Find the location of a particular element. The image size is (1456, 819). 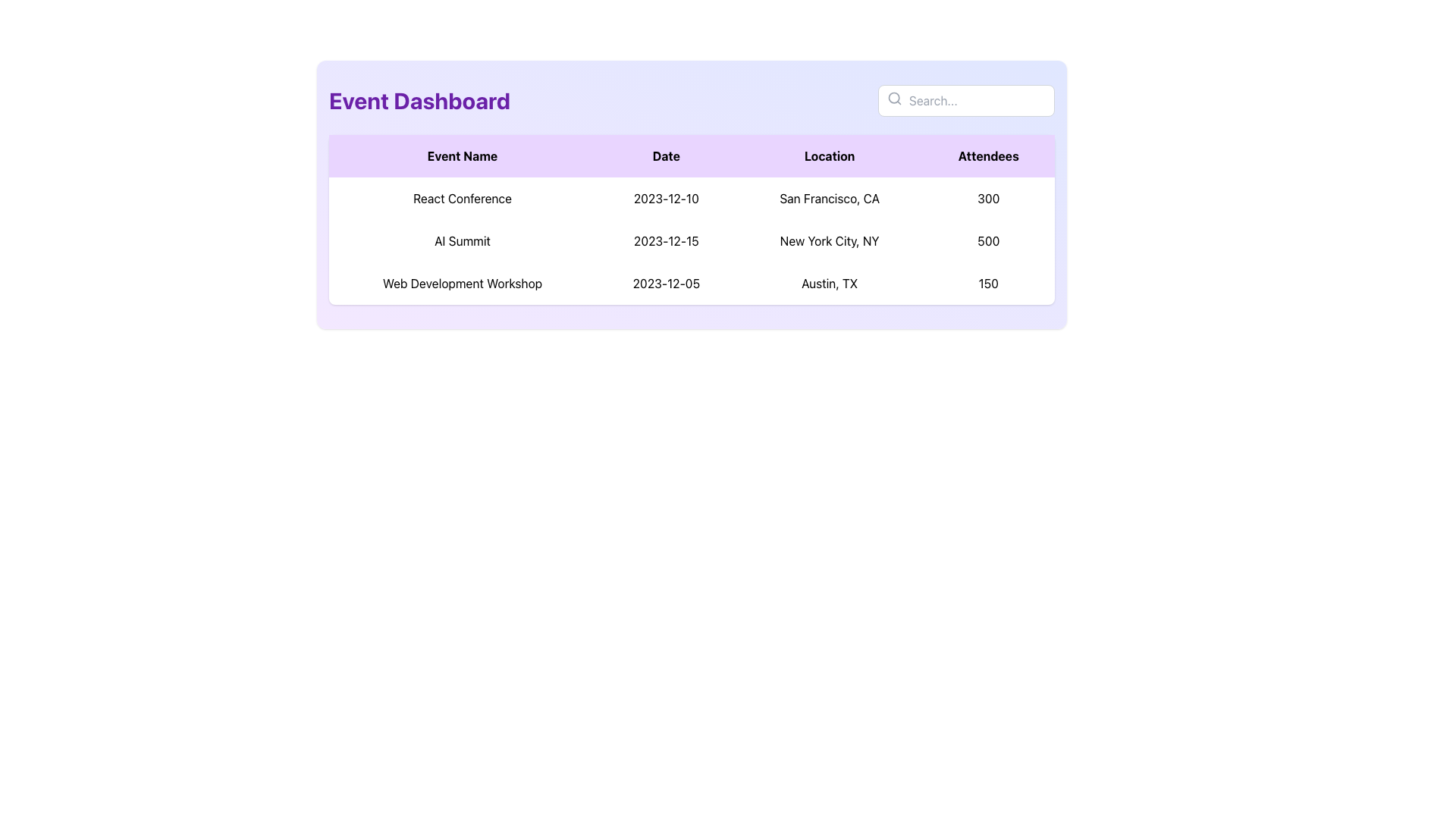

the informational text element displaying the event name 'Web Development Workshop', located in the 'Event Name' column of the table in the third row is located at coordinates (461, 284).